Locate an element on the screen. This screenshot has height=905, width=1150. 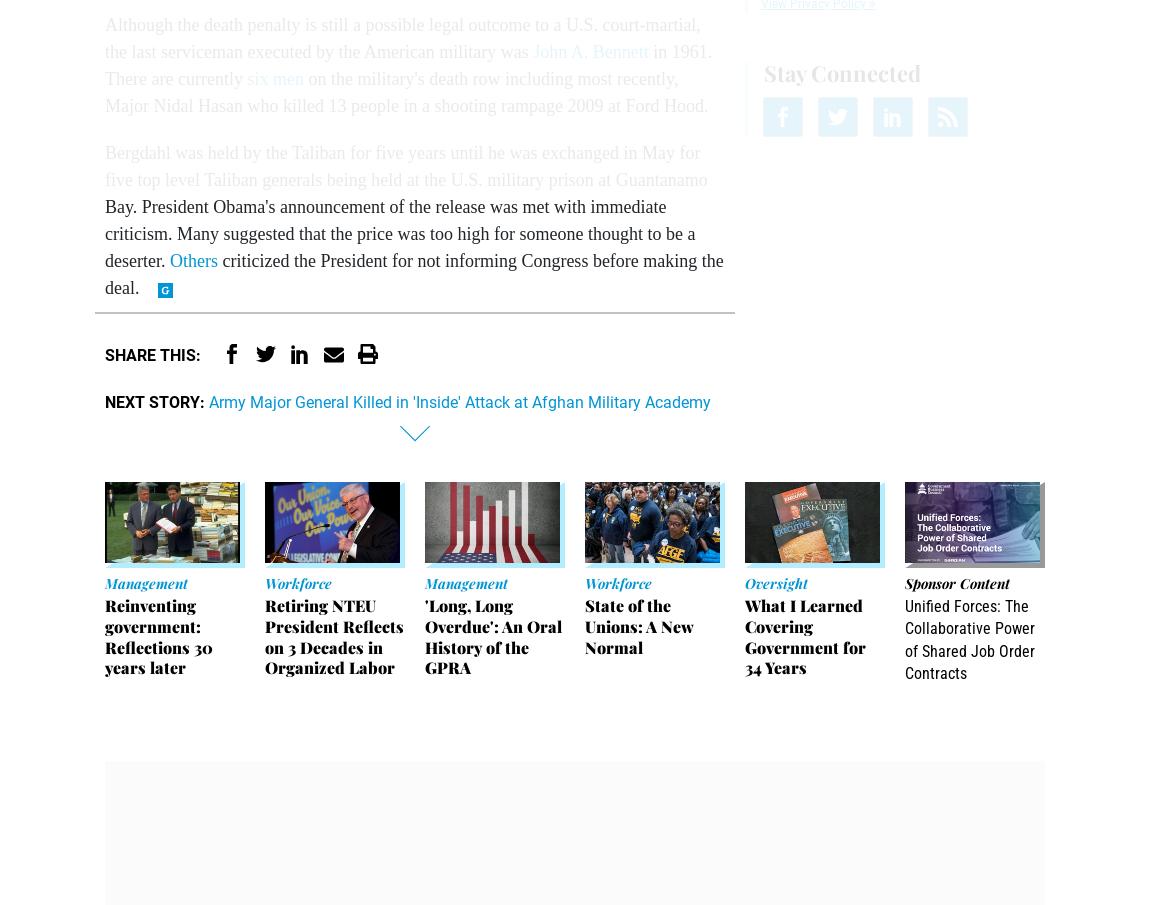
'six men' is located at coordinates (273, 79).